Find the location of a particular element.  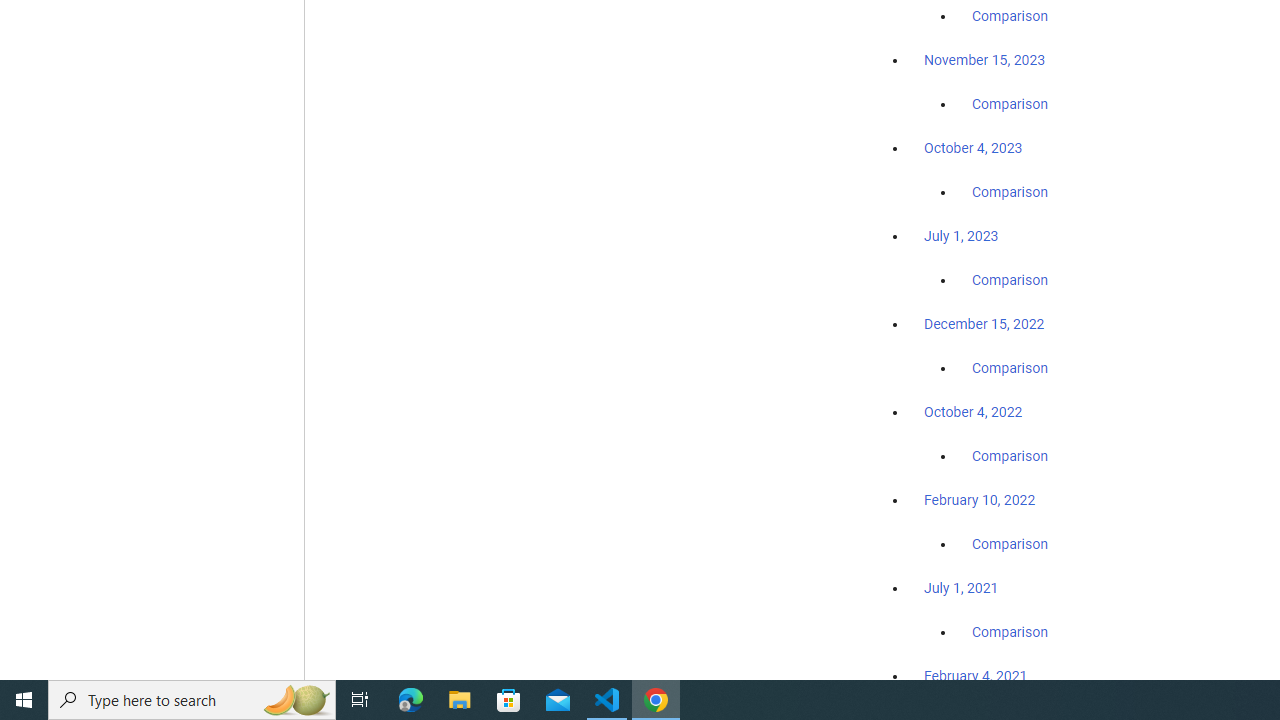

'October 4, 2022' is located at coordinates (973, 411).